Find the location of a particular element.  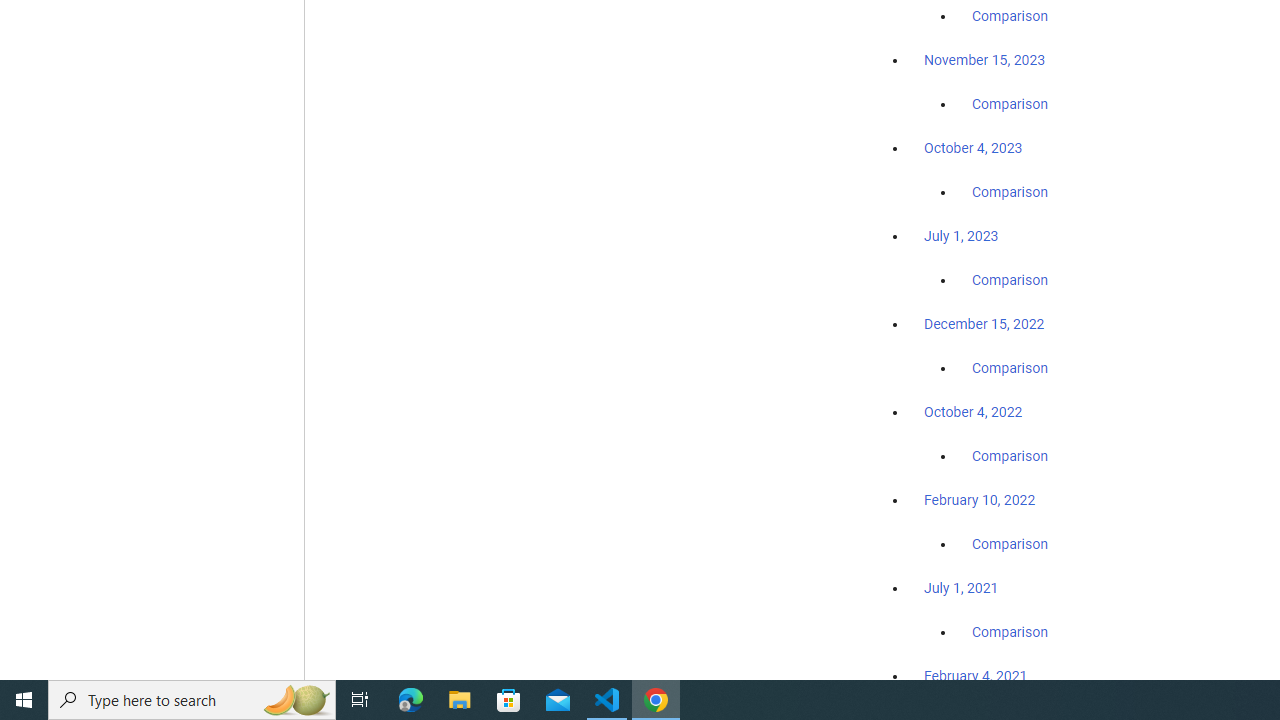

'October 4, 2022' is located at coordinates (973, 411).